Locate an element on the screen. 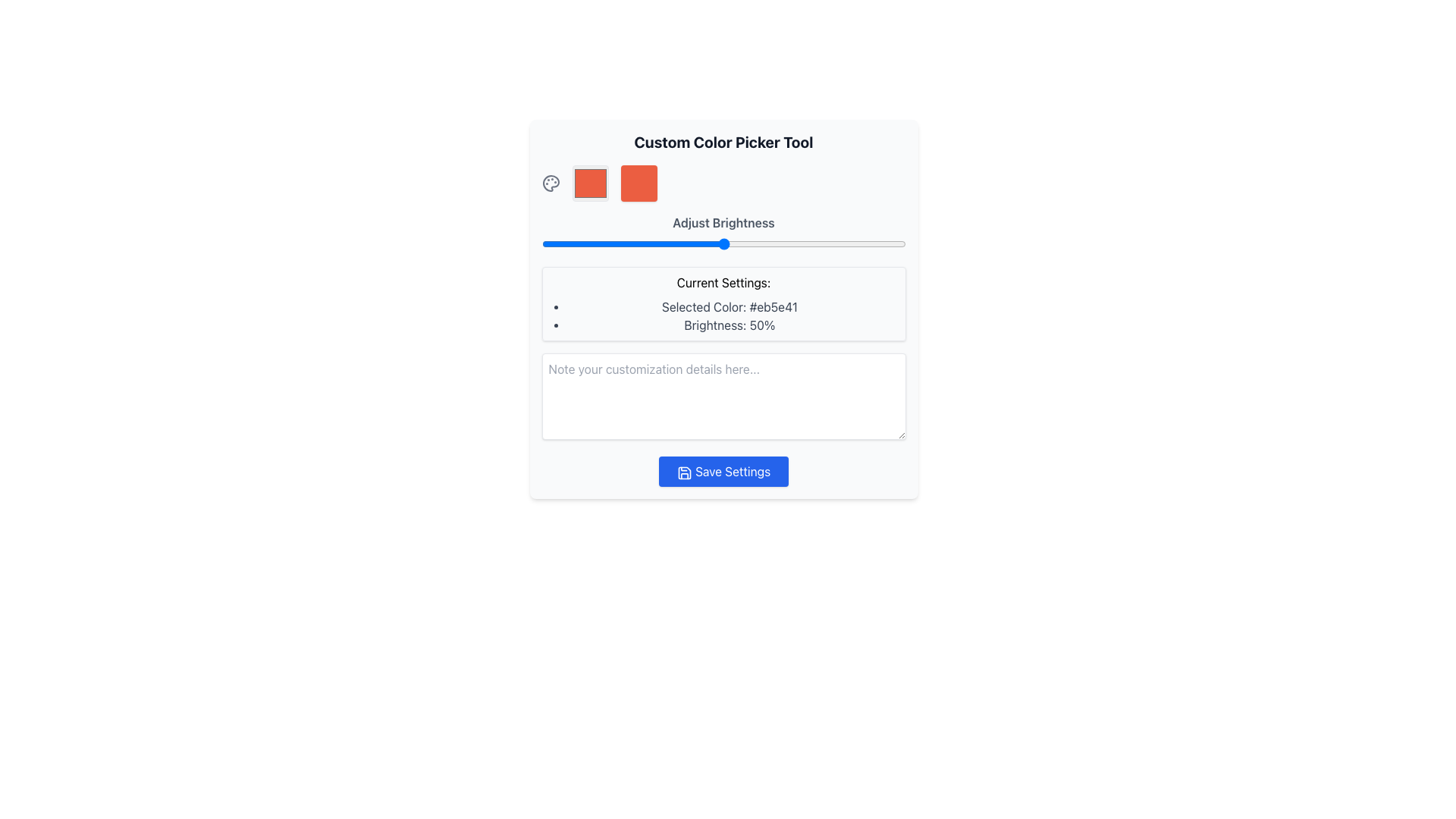  the header text element labeled 'Custom Color Picker Tool', which is a bold and large title centered at the top of its section is located at coordinates (723, 143).